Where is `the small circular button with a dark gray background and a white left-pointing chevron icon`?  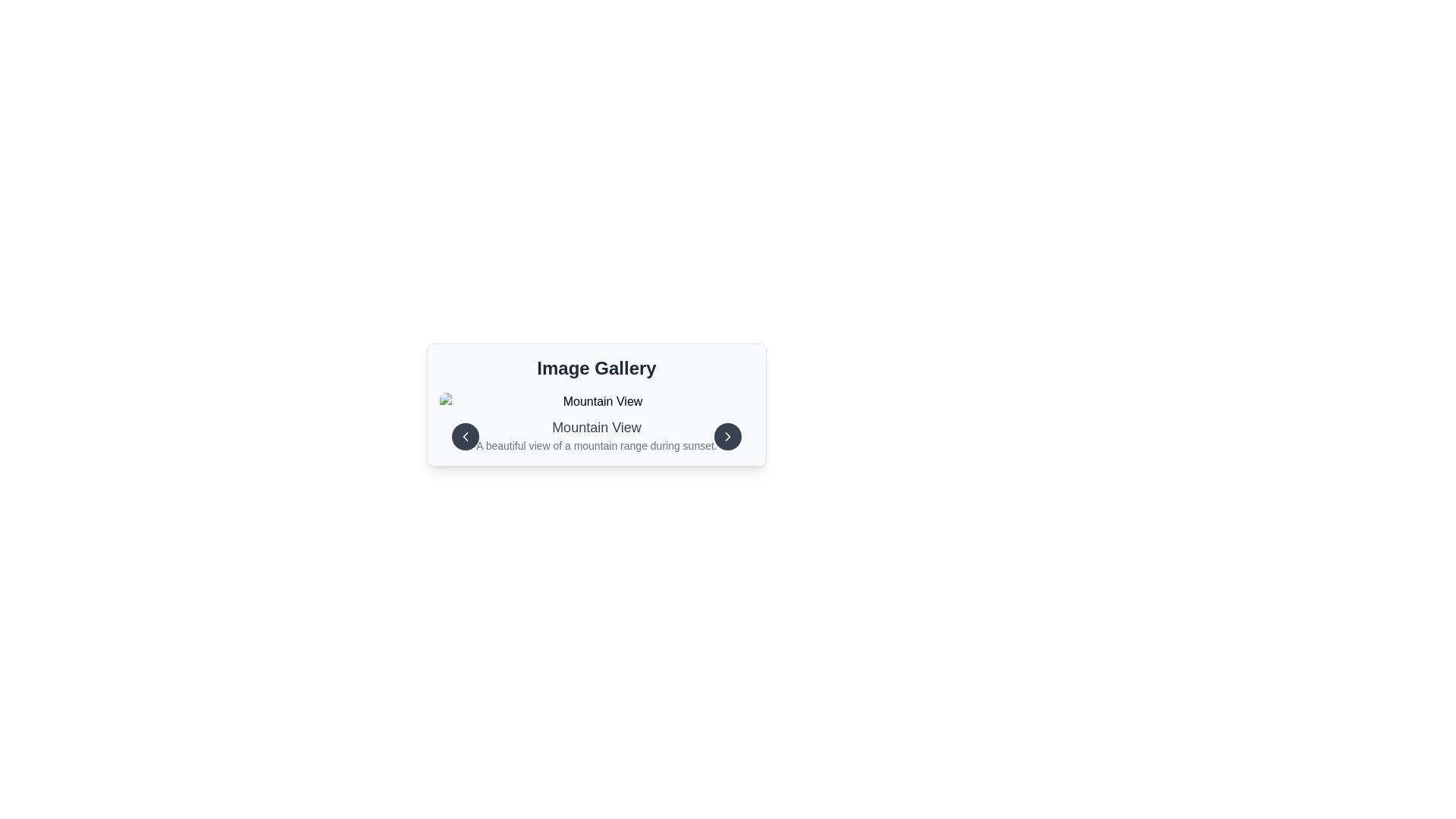
the small circular button with a dark gray background and a white left-pointing chevron icon is located at coordinates (465, 436).